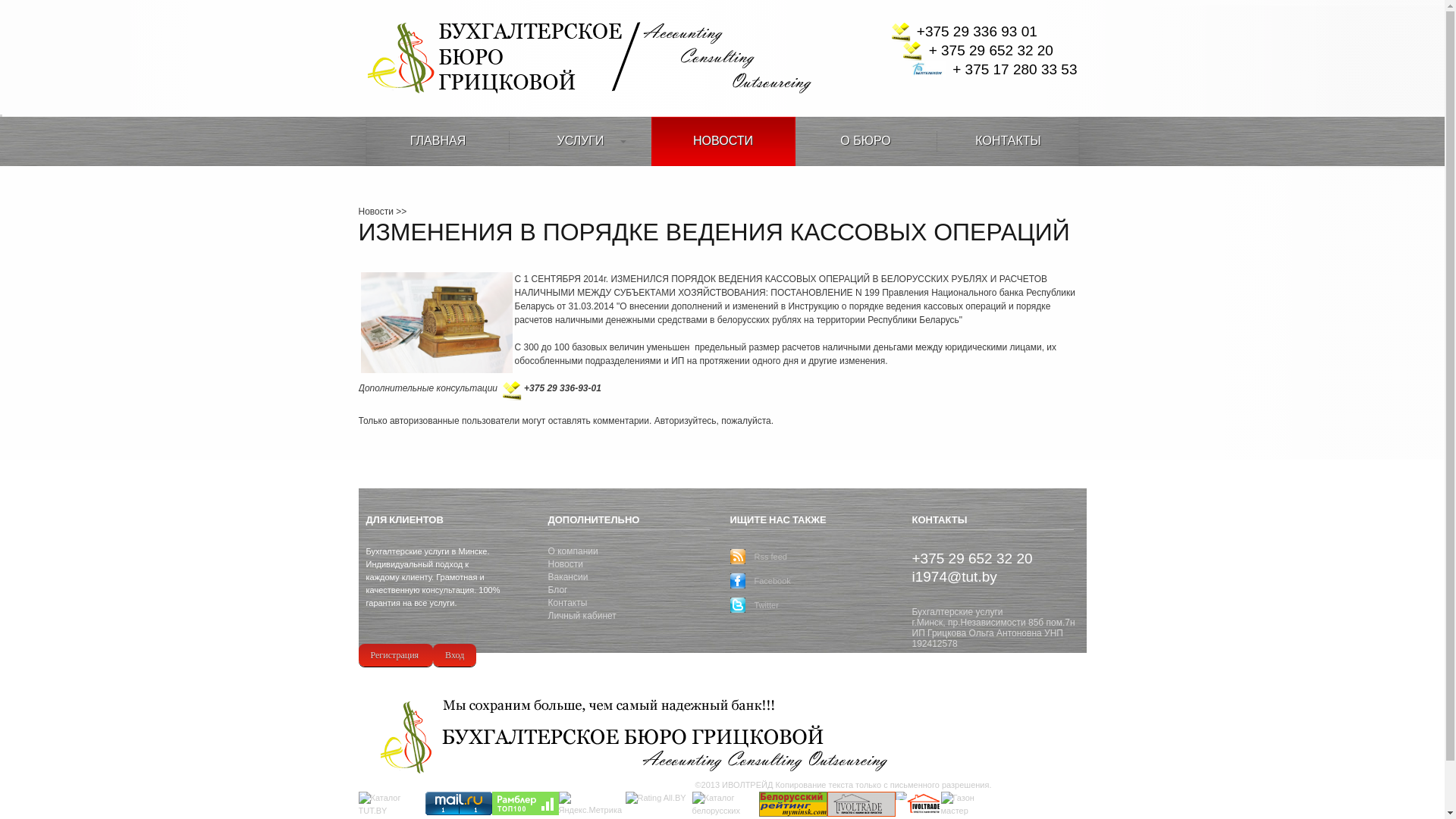 The width and height of the screenshot is (1456, 819). What do you see at coordinates (765, 604) in the screenshot?
I see `'Twitter'` at bounding box center [765, 604].